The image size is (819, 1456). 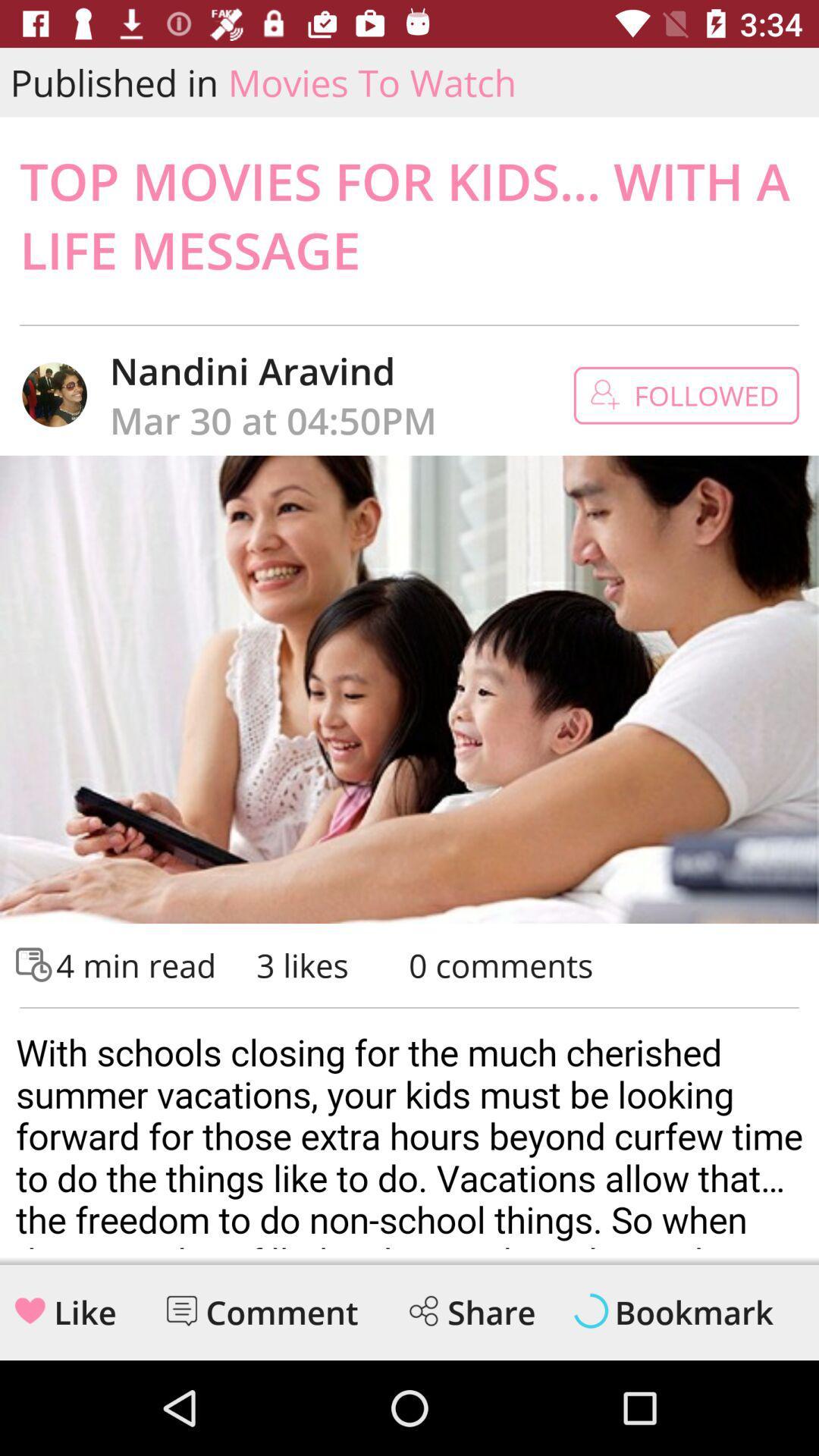 I want to click on the share icon, so click(x=423, y=1310).